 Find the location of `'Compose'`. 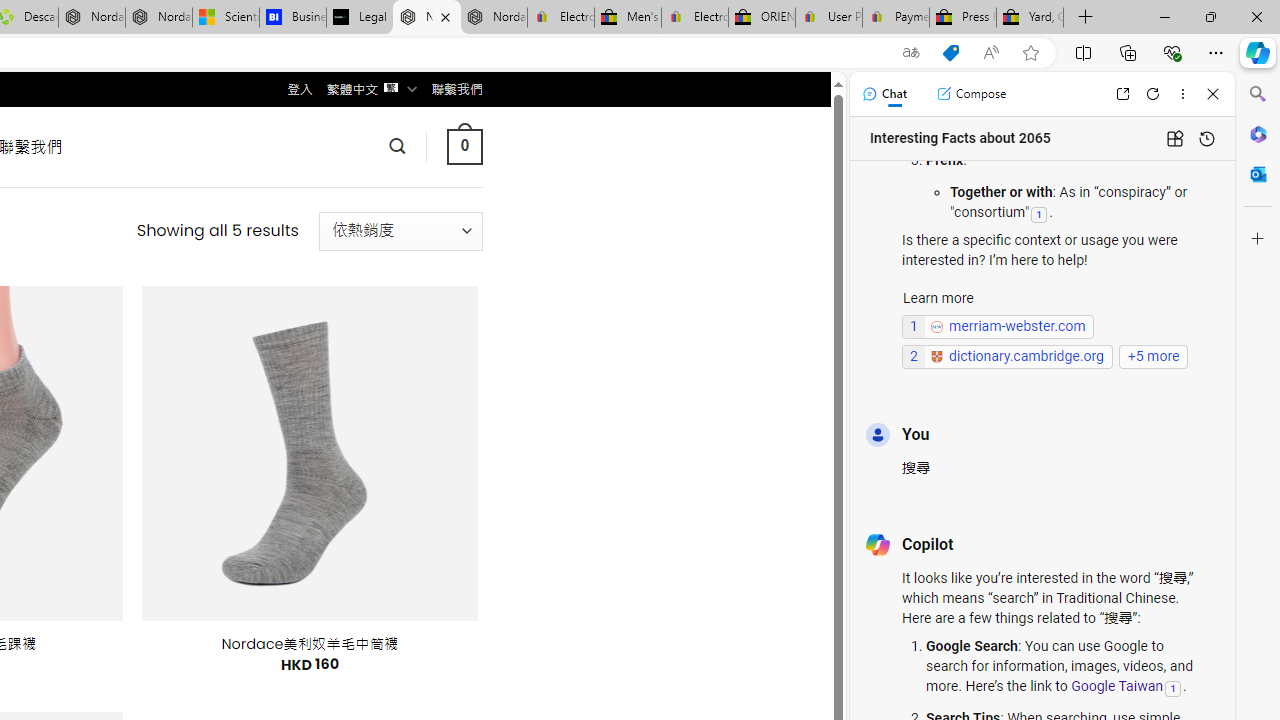

'Compose' is located at coordinates (971, 93).